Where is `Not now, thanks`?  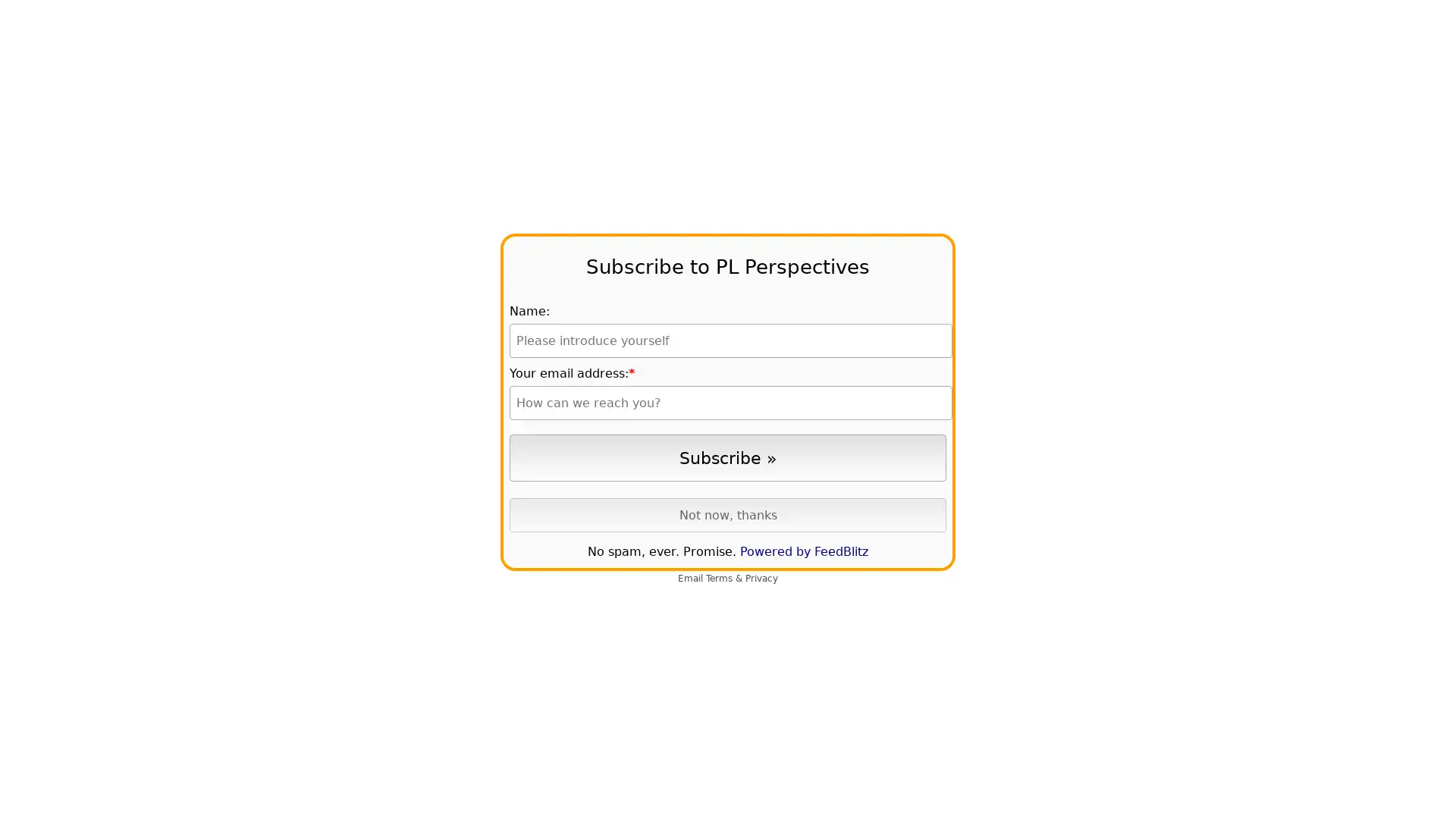
Not now, thanks is located at coordinates (728, 514).